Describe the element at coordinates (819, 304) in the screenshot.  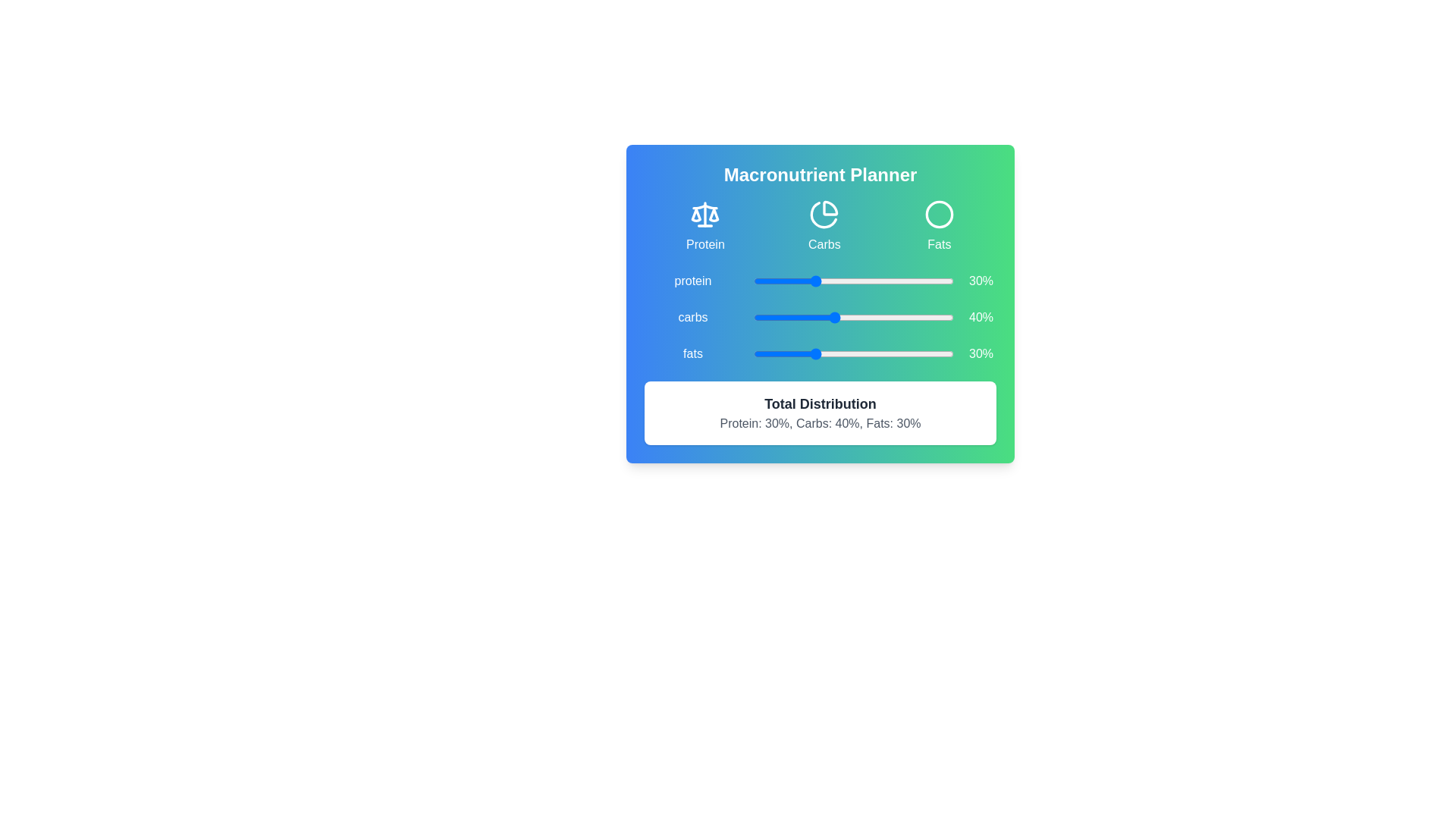
I see `the 'carbs' slider, which is a thin horizontal blue bar located between the label 'carbs' and the percentage value '40%'` at that location.